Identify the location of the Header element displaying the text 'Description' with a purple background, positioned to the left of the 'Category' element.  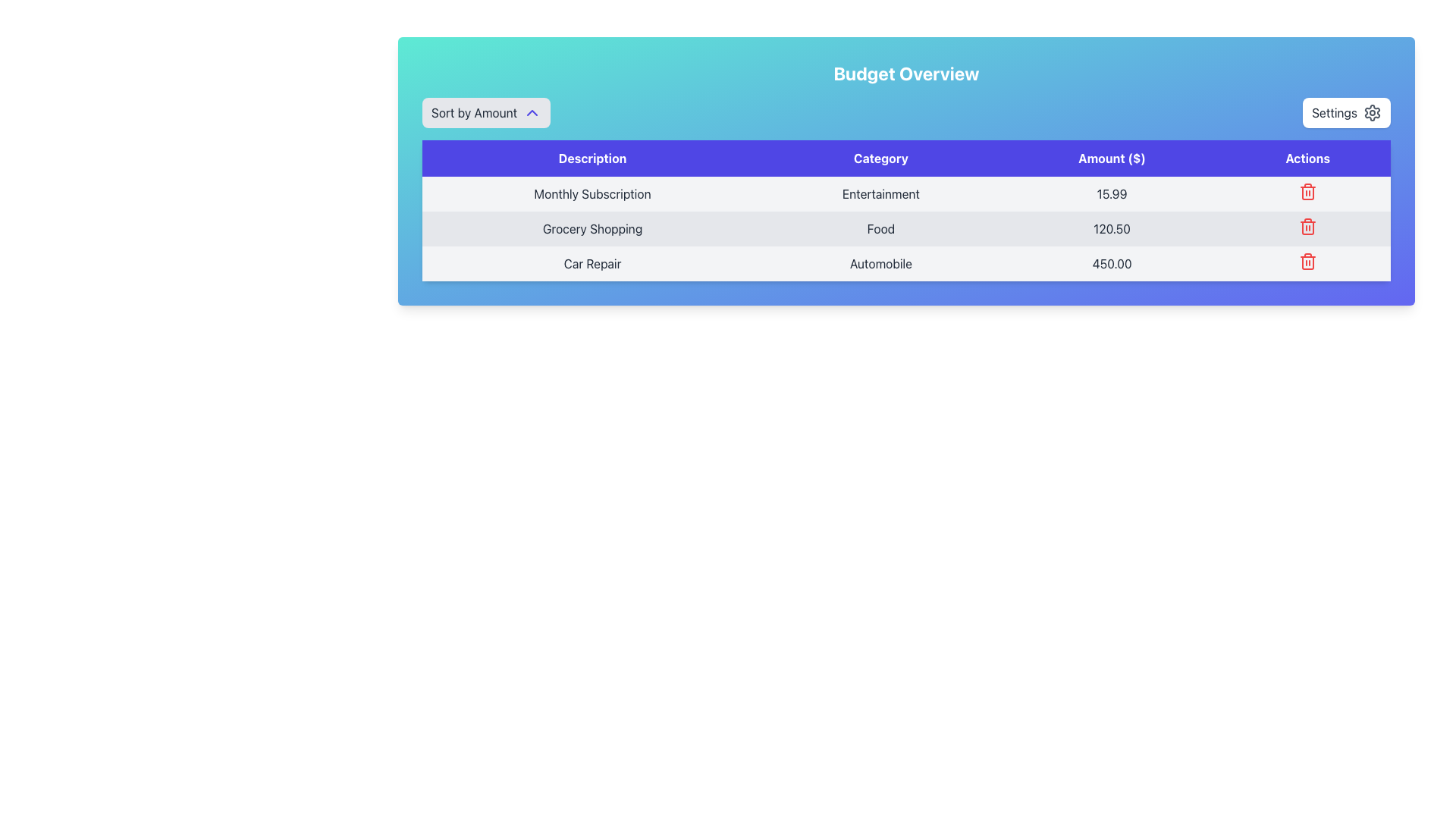
(591, 158).